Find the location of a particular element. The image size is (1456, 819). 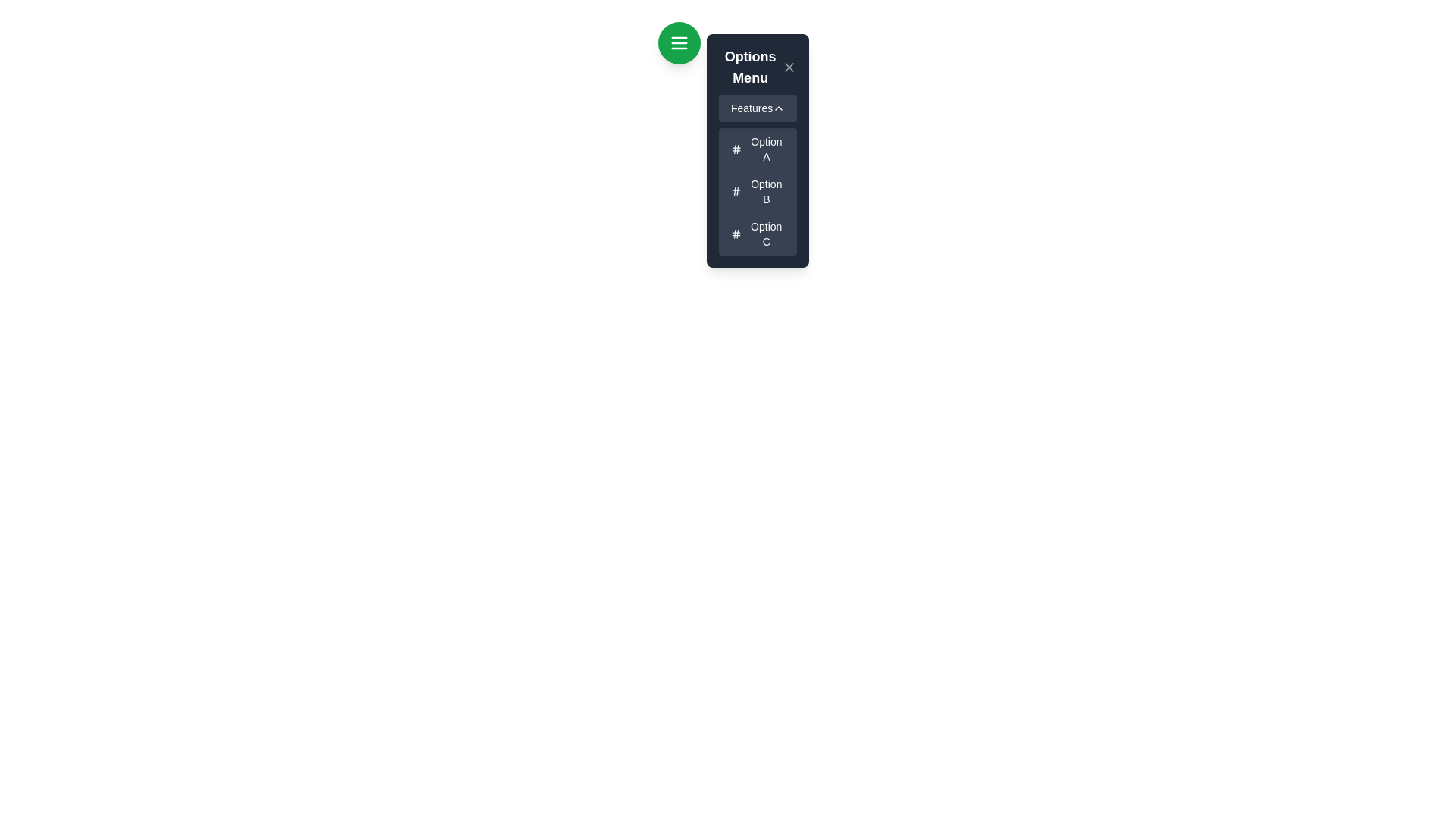

the white menu icon button, which consists of three horizontal lines stacked vertically and is enclosed within a green circular background is located at coordinates (679, 42).